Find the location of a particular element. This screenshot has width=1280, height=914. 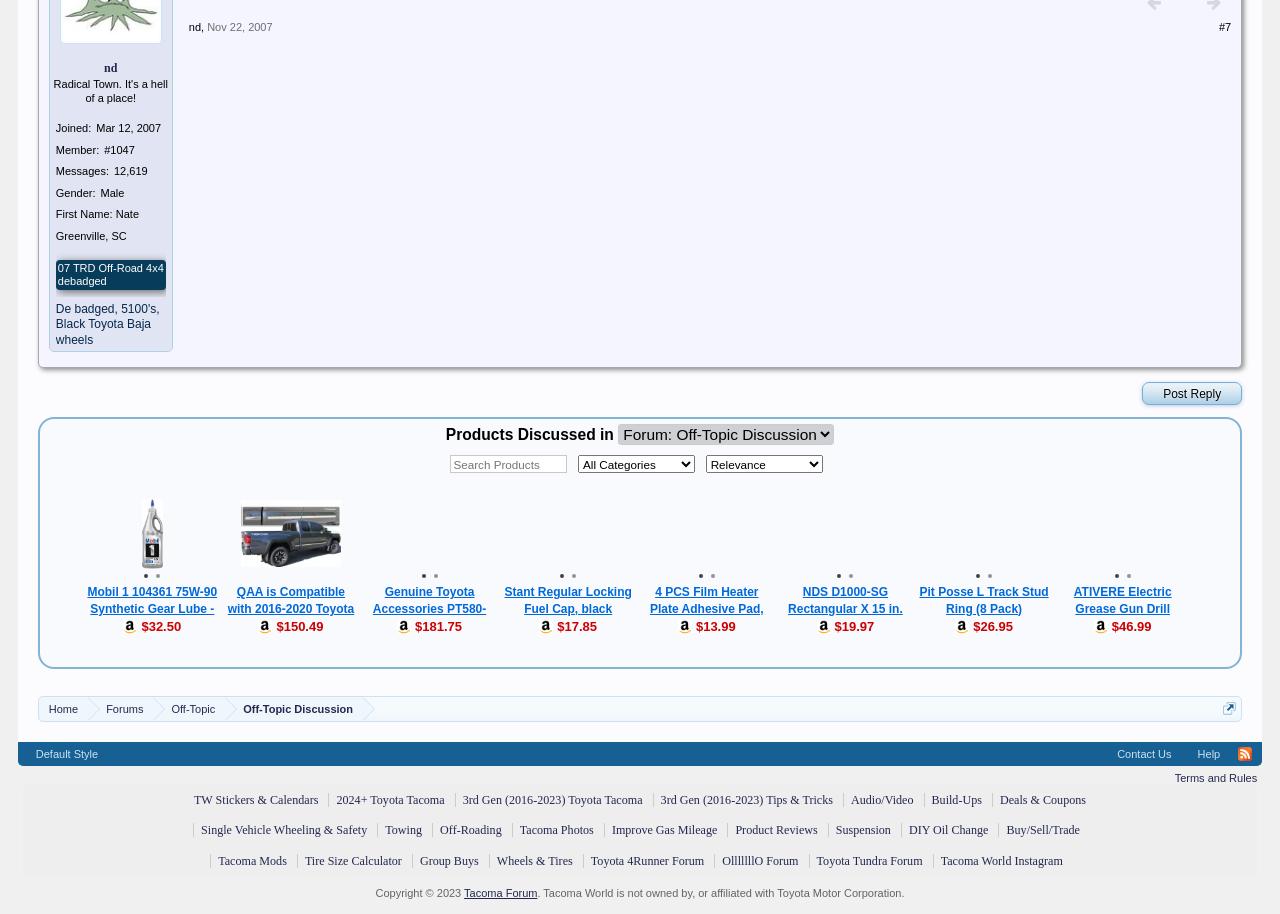

'Mar 12, 2007' is located at coordinates (127, 127).